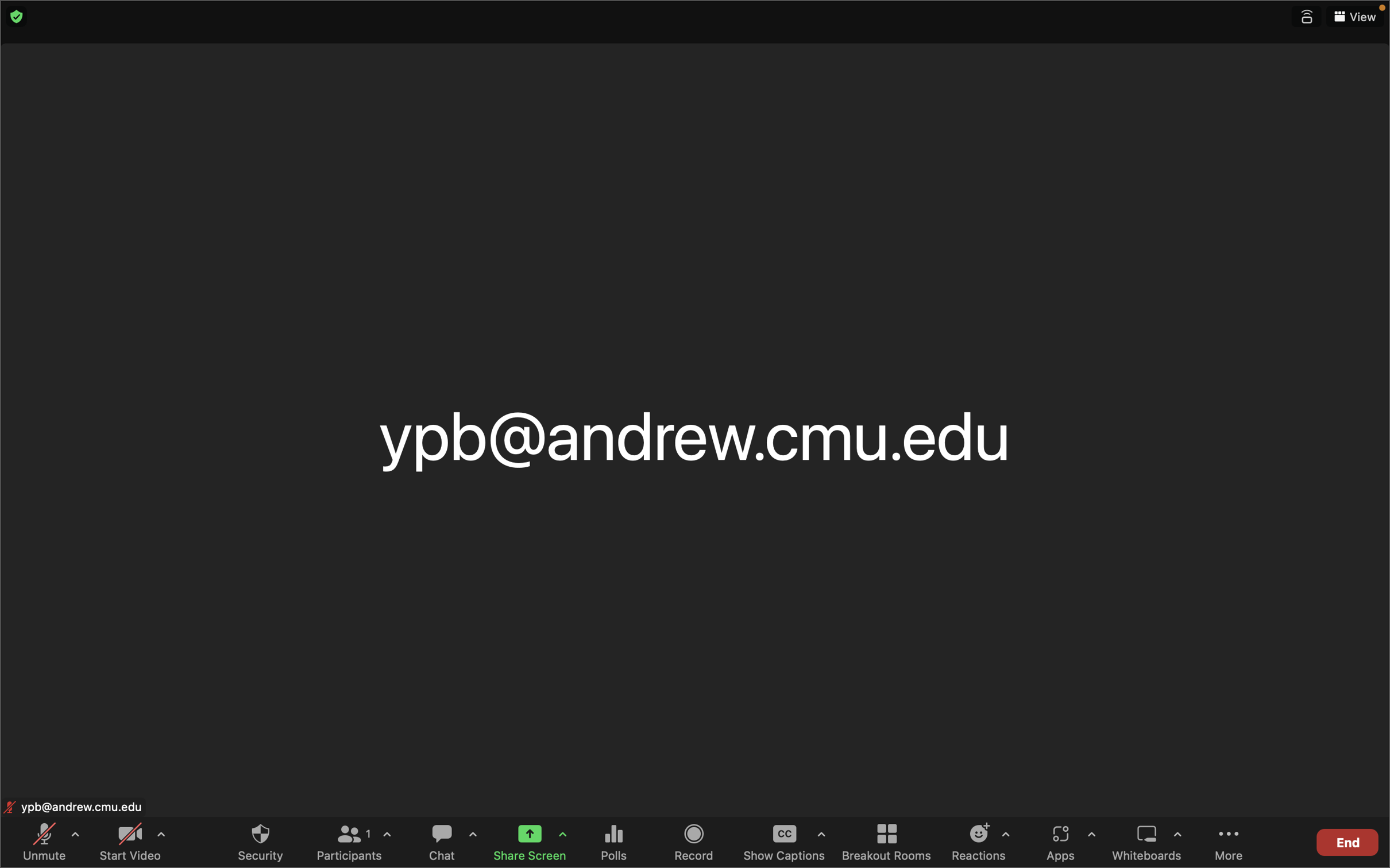  Describe the element at coordinates (260, 841) in the screenshot. I see `the security configurations` at that location.